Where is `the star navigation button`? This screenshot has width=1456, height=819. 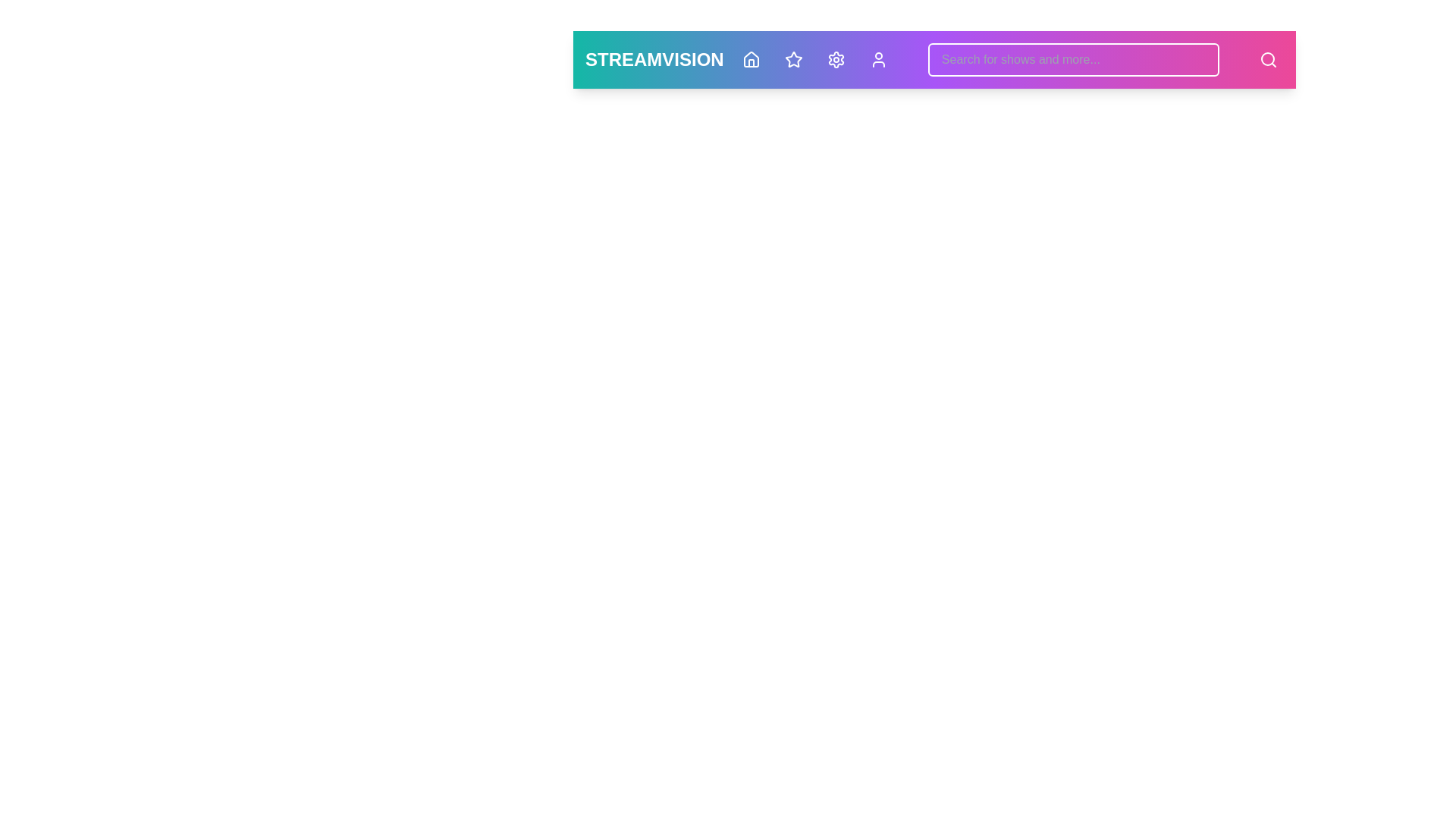 the star navigation button is located at coordinates (792, 58).